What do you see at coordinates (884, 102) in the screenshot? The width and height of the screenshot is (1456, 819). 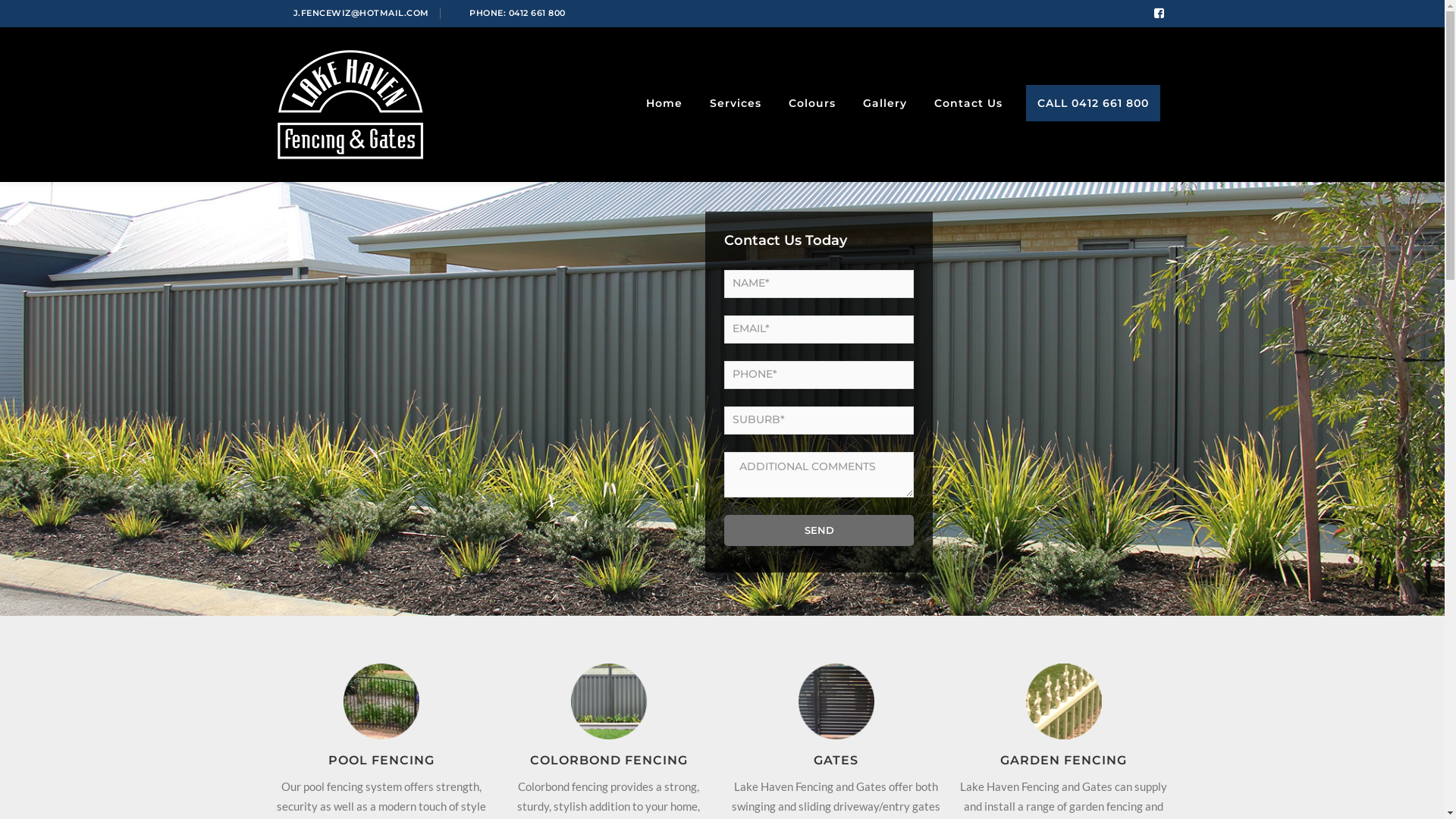 I see `'Gallery'` at bounding box center [884, 102].